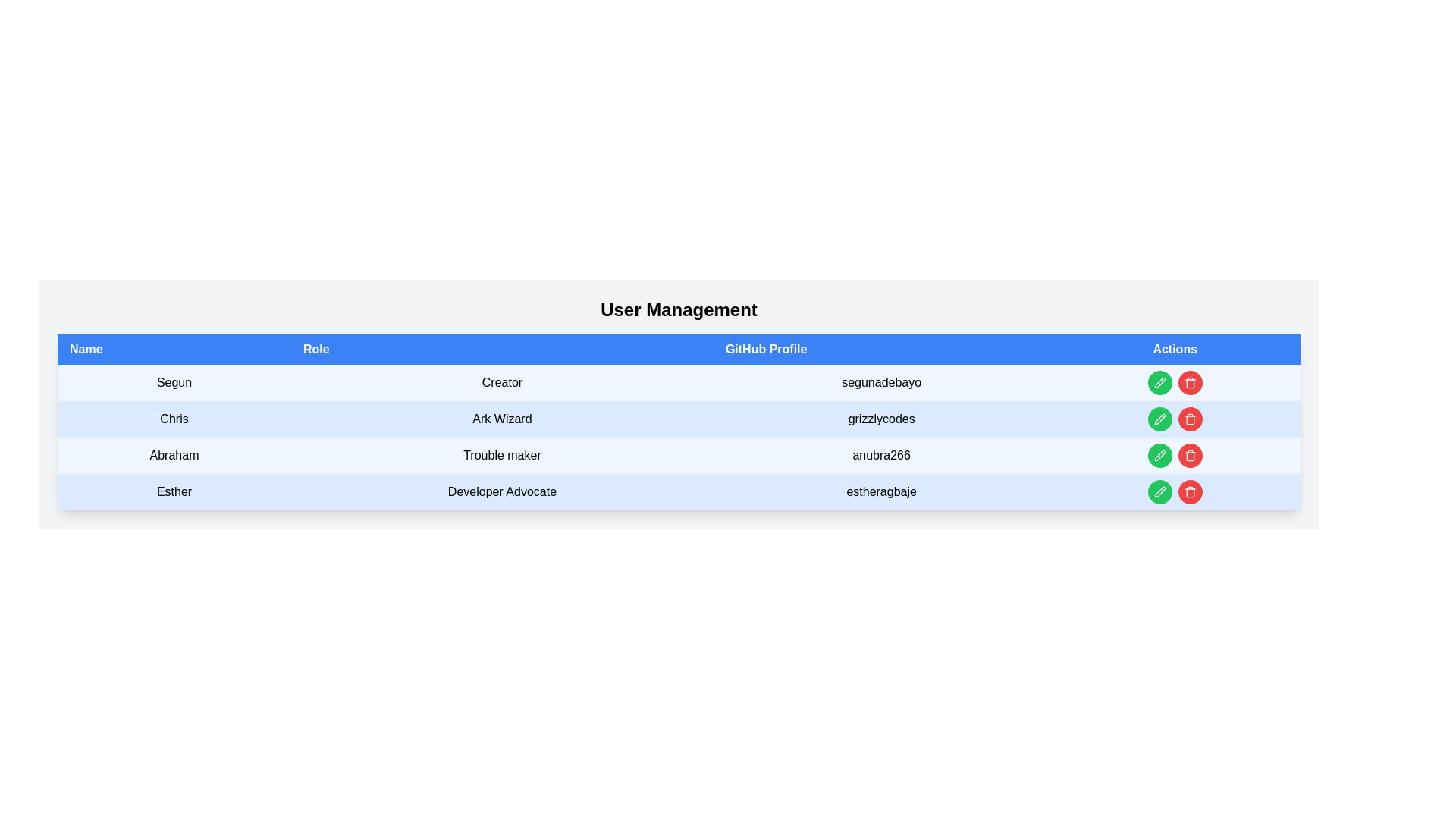 This screenshot has height=819, width=1456. Describe the element at coordinates (1174, 350) in the screenshot. I see `the Table Header Cell that serves as a header label for the column containing action buttons, located immediately to the right of 'GitHub Profile'` at that location.